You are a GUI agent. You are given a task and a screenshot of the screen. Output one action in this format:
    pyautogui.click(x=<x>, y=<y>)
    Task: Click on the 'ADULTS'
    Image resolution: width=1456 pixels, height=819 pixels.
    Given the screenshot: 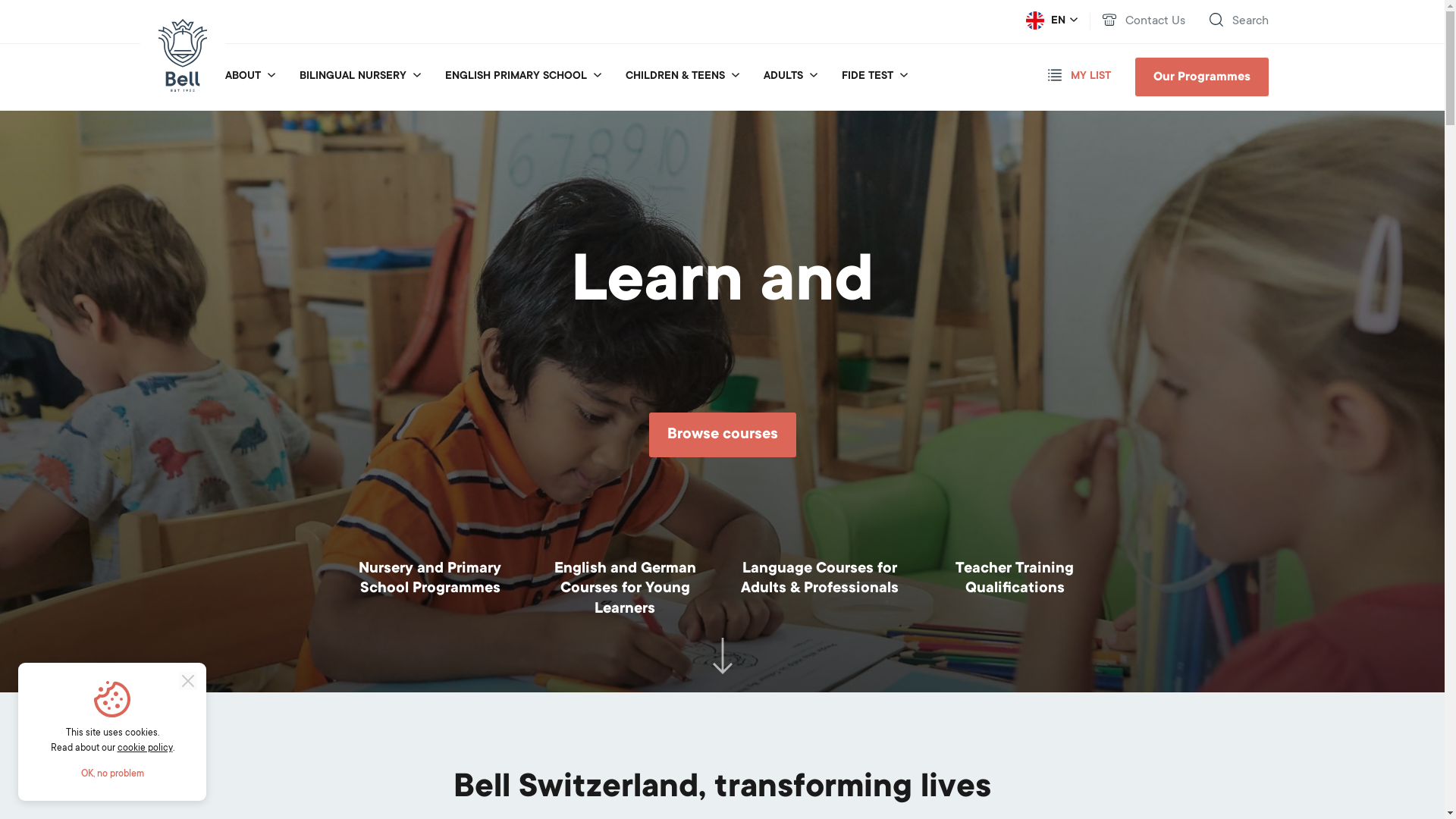 What is the action you would take?
    pyautogui.click(x=783, y=76)
    